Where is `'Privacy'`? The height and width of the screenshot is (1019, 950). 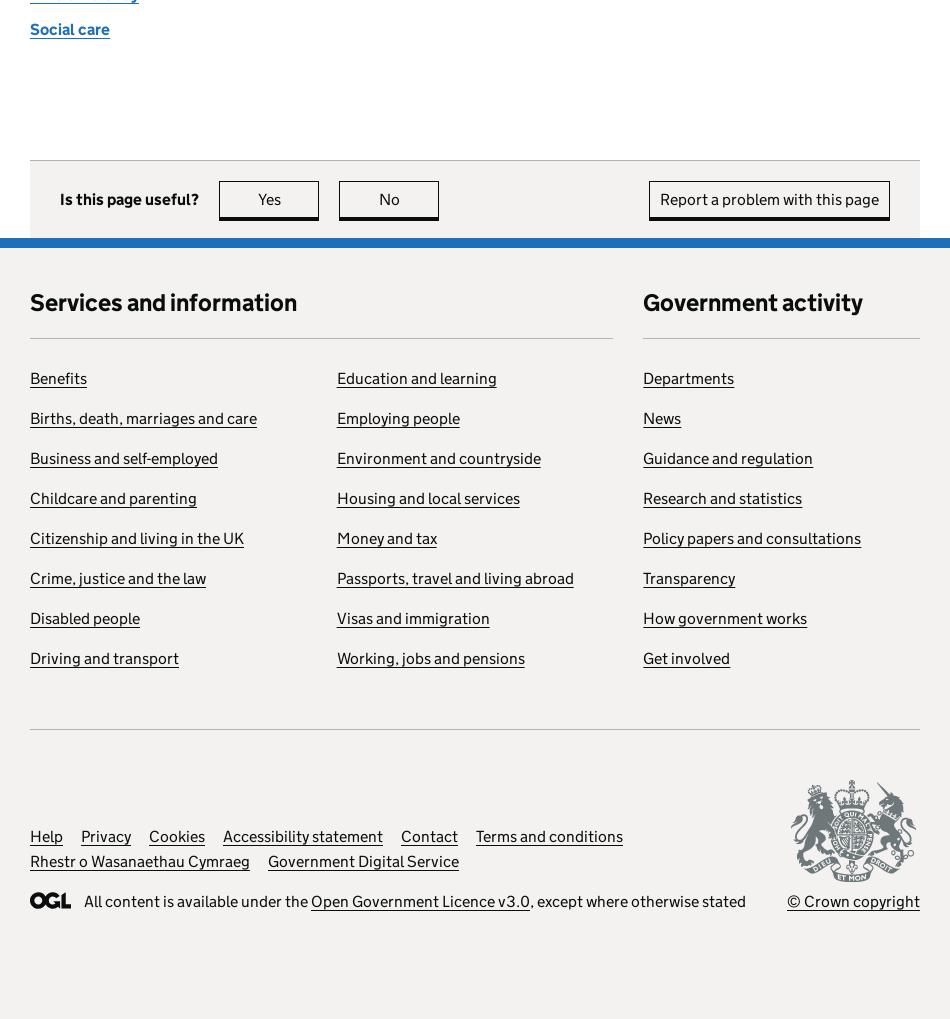
'Privacy' is located at coordinates (106, 835).